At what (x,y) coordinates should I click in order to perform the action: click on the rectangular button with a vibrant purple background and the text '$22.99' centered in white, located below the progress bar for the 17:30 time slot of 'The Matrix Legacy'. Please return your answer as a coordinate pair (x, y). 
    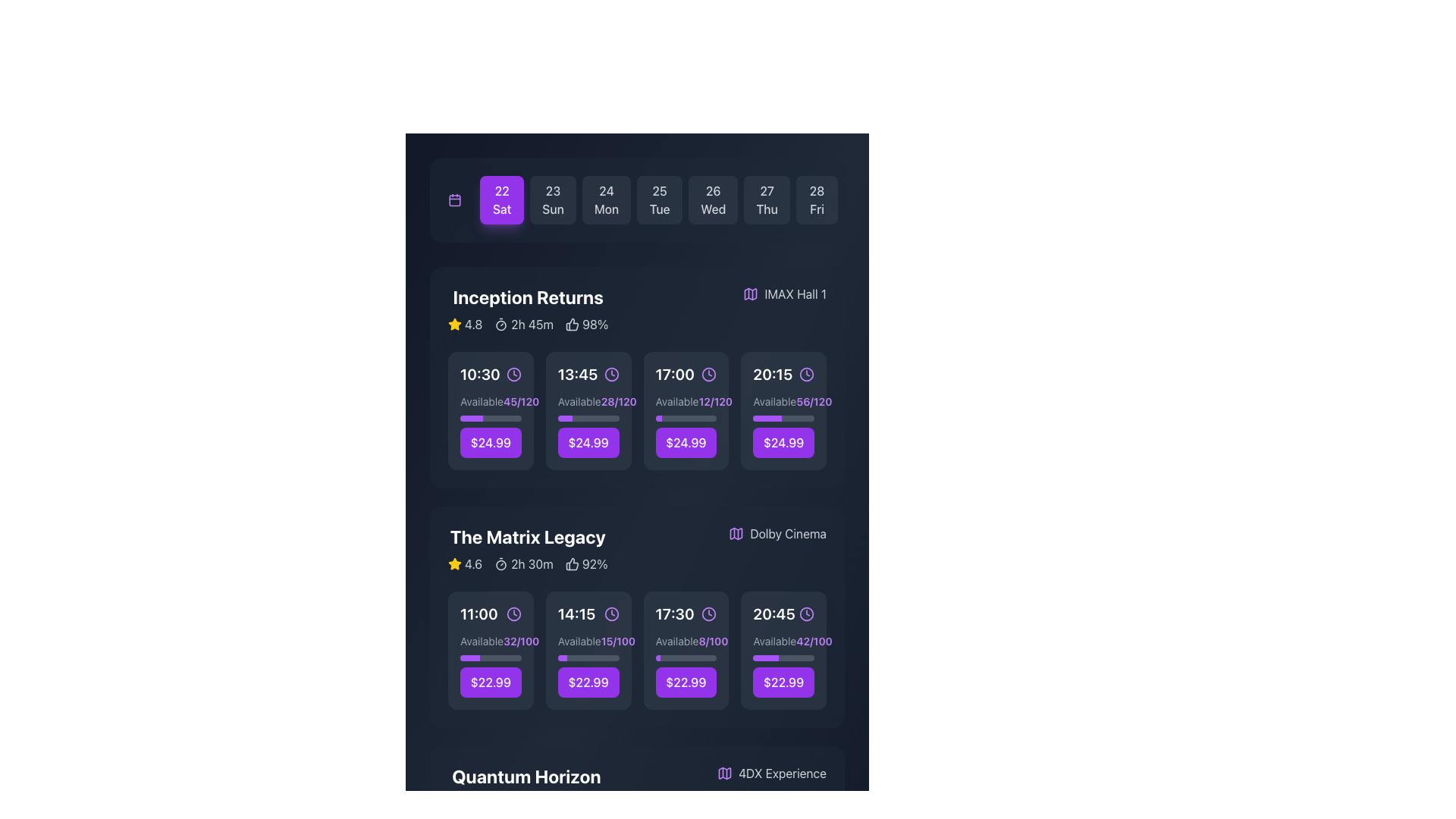
    Looking at the image, I should click on (685, 681).